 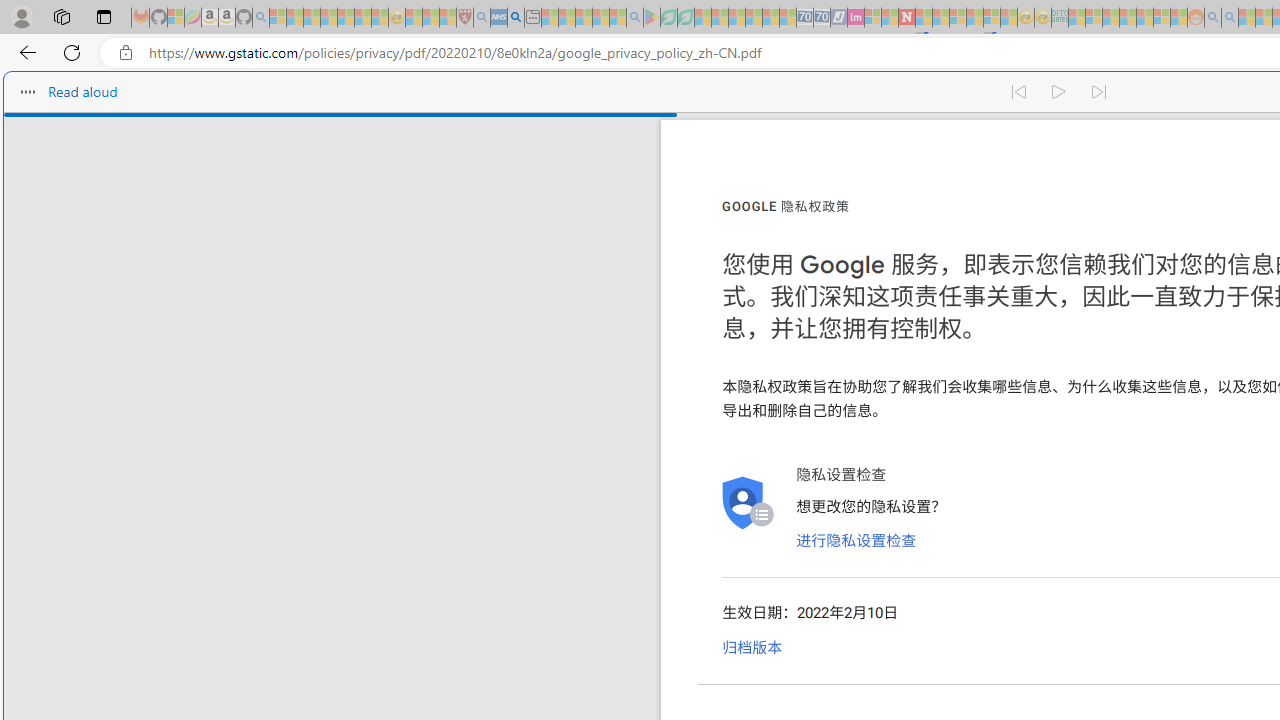 I want to click on 'Read previous paragraph', so click(x=1018, y=92).